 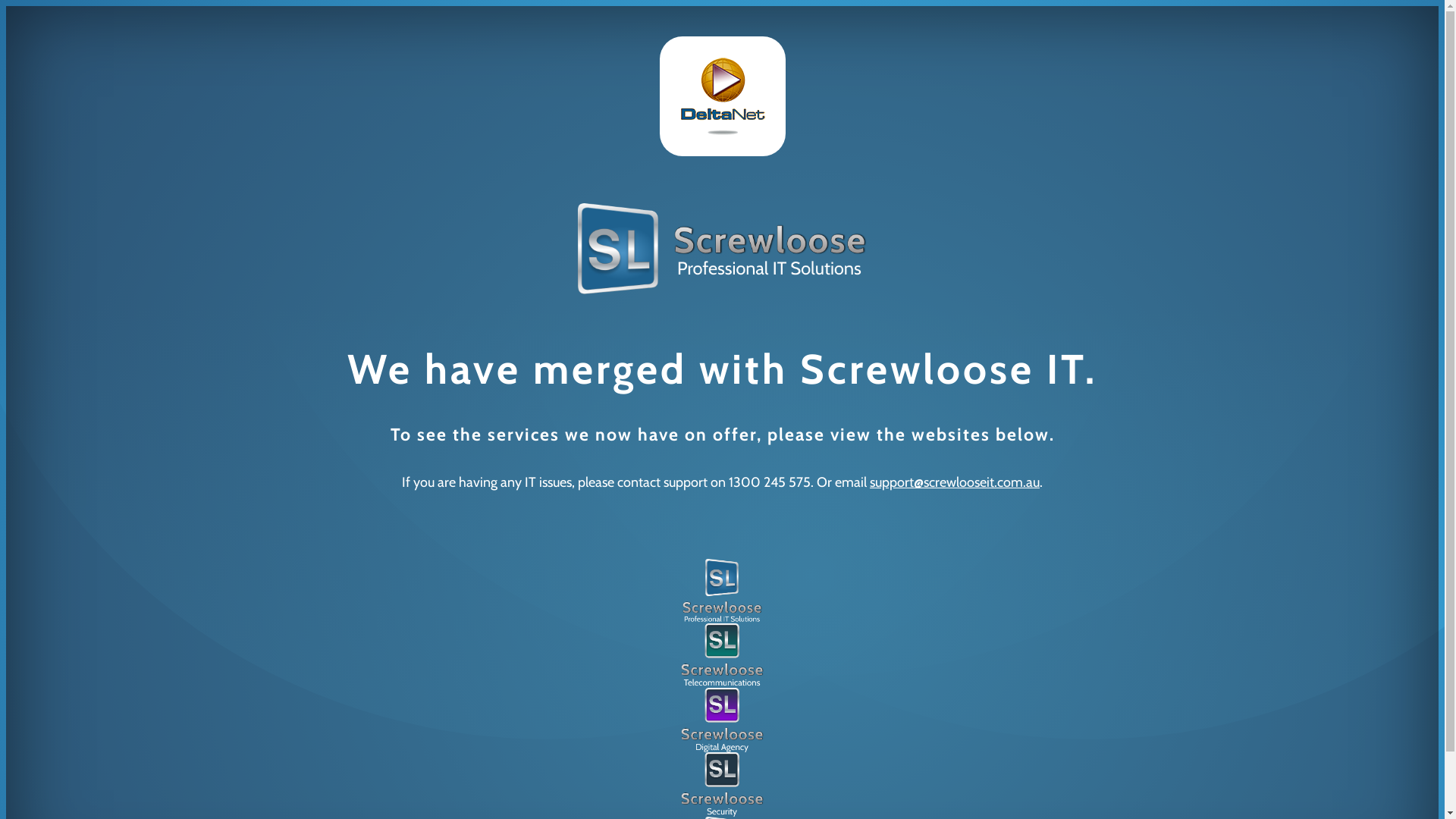 I want to click on 'support@screwlooseit.com.au', so click(x=953, y=482).